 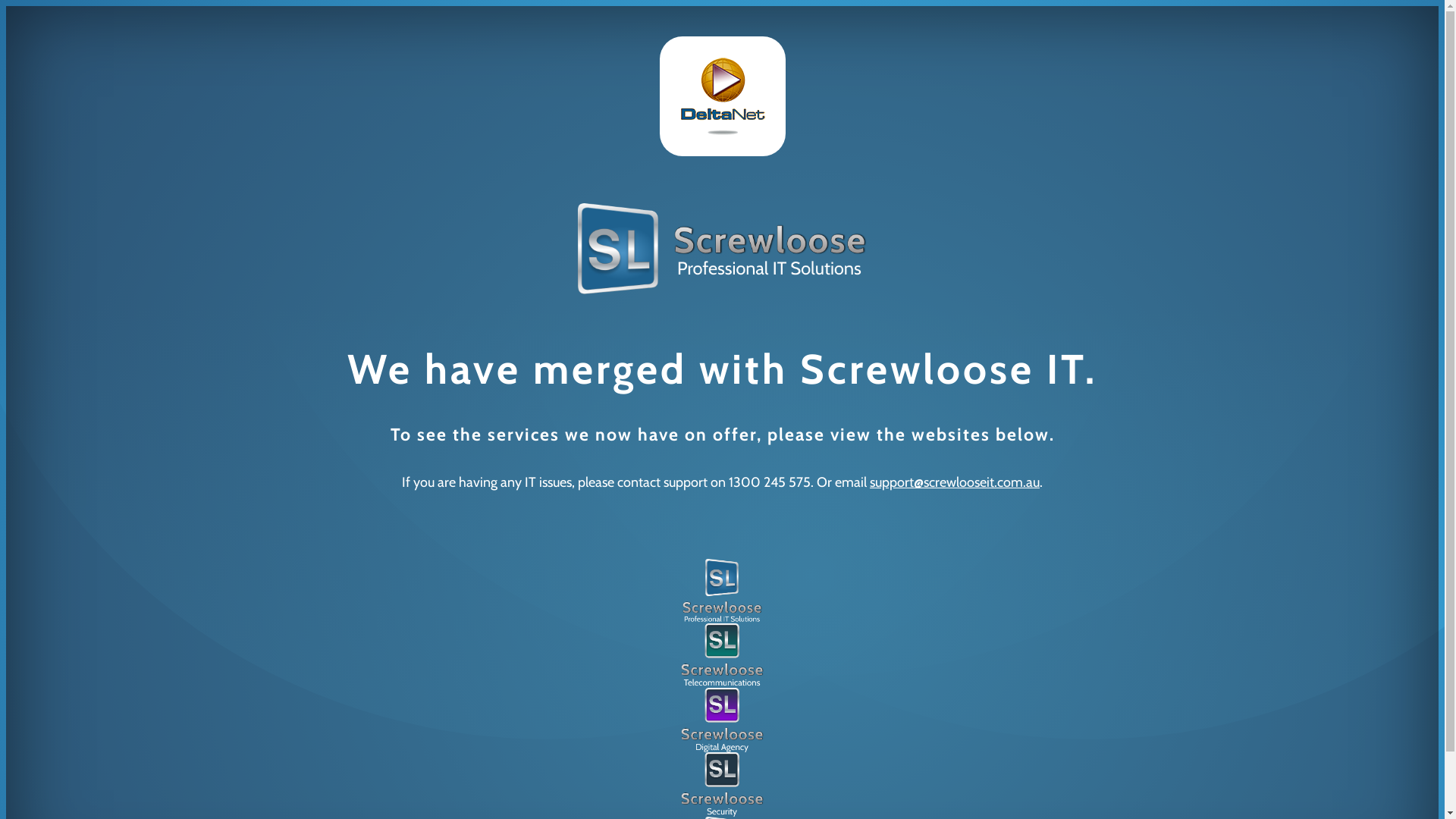 I want to click on 'support@screwlooseit.com.au', so click(x=953, y=482).